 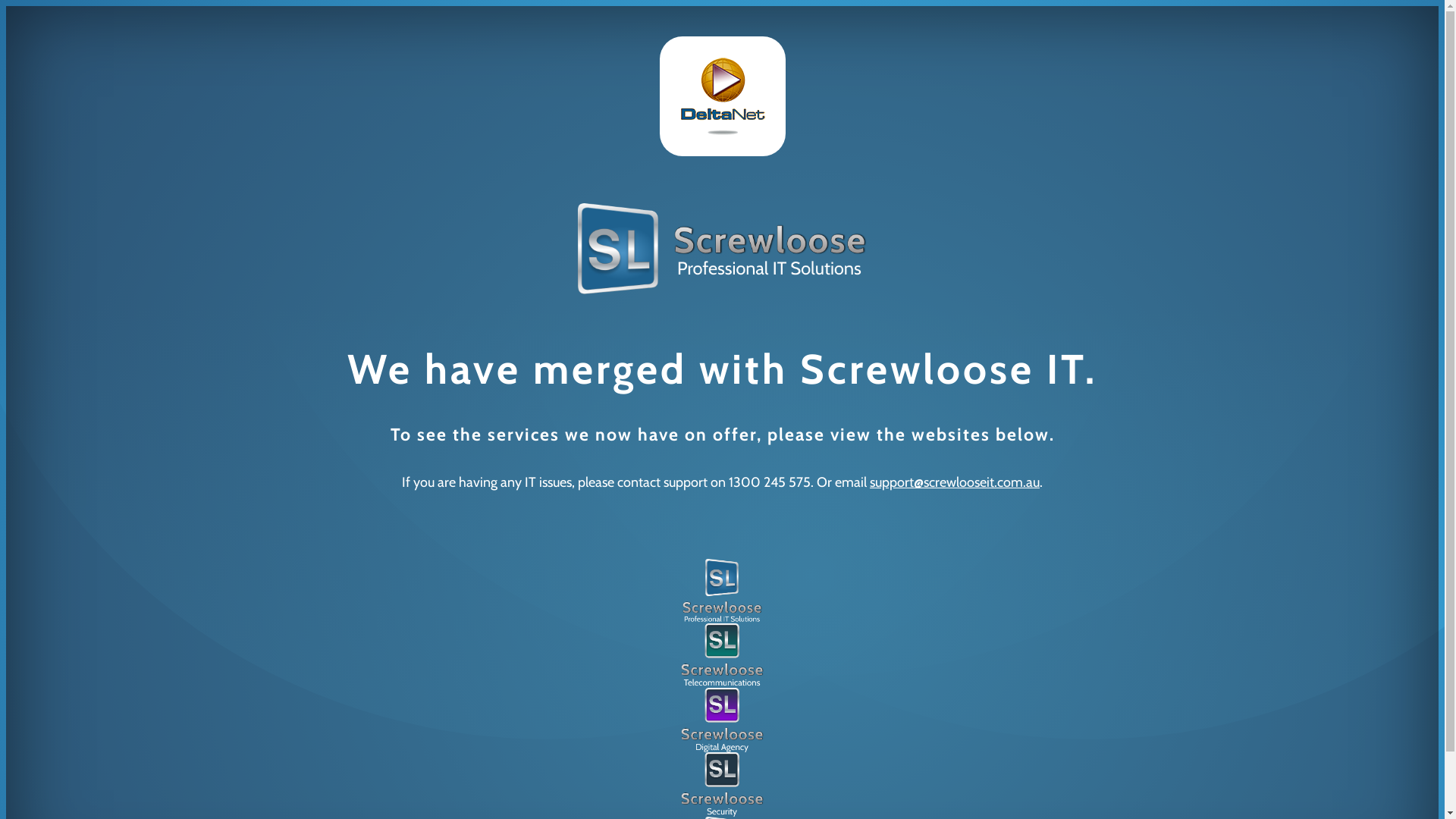 I want to click on 'support@screwlooseit.com.au', so click(x=953, y=482).